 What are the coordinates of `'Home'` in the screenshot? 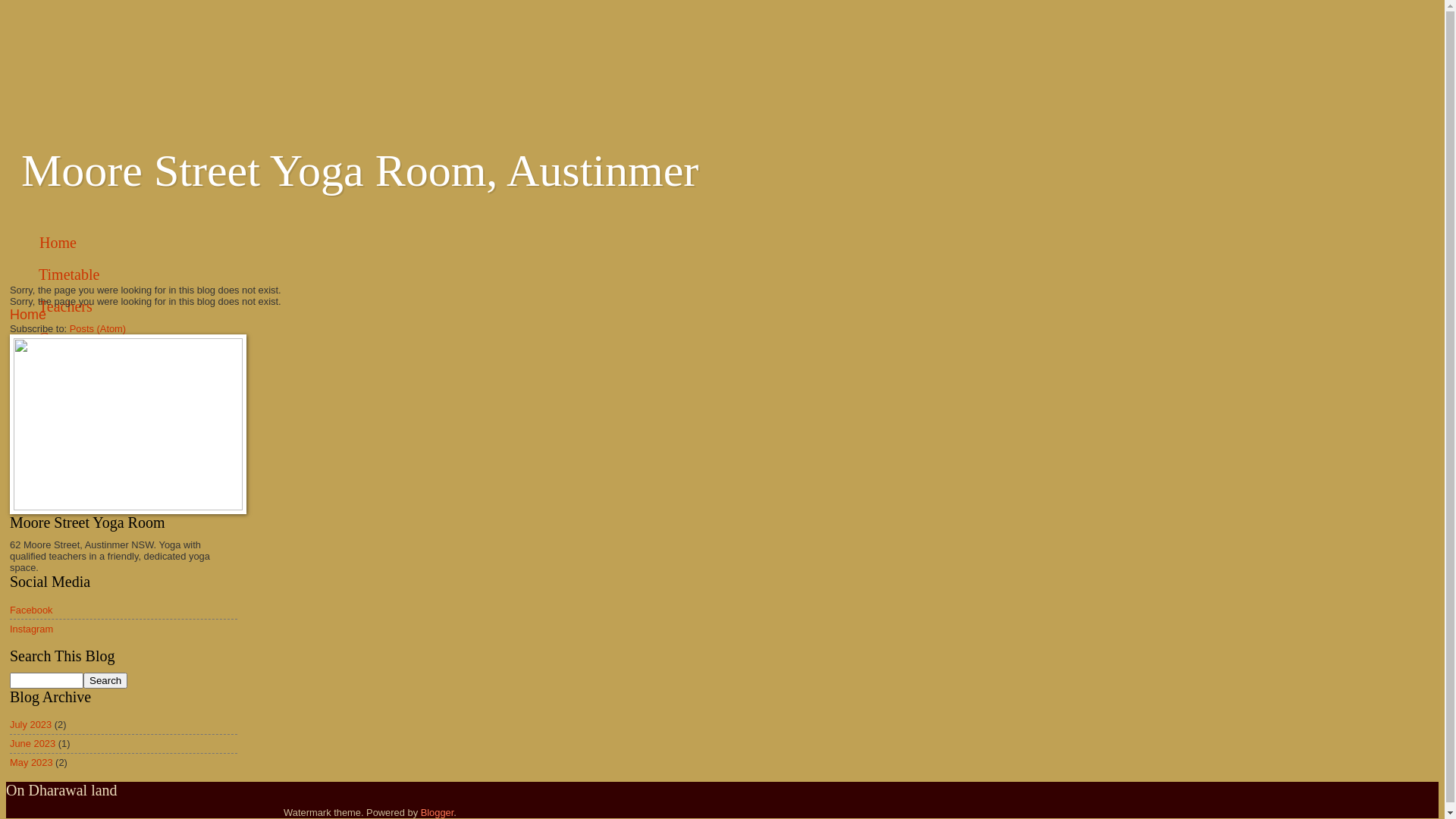 It's located at (10, 314).